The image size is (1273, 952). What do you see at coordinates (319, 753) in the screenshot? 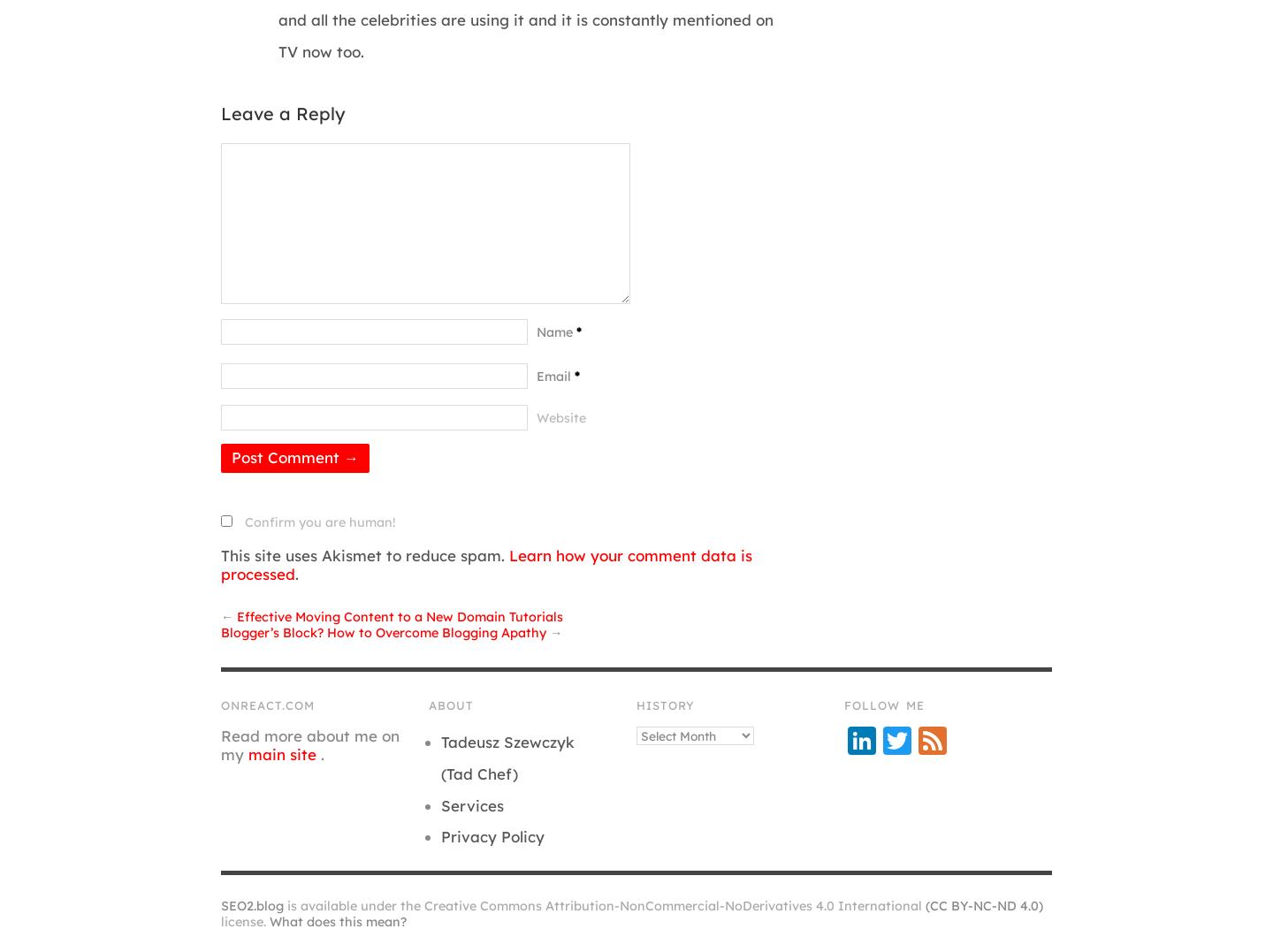
I see `'.'` at bounding box center [319, 753].